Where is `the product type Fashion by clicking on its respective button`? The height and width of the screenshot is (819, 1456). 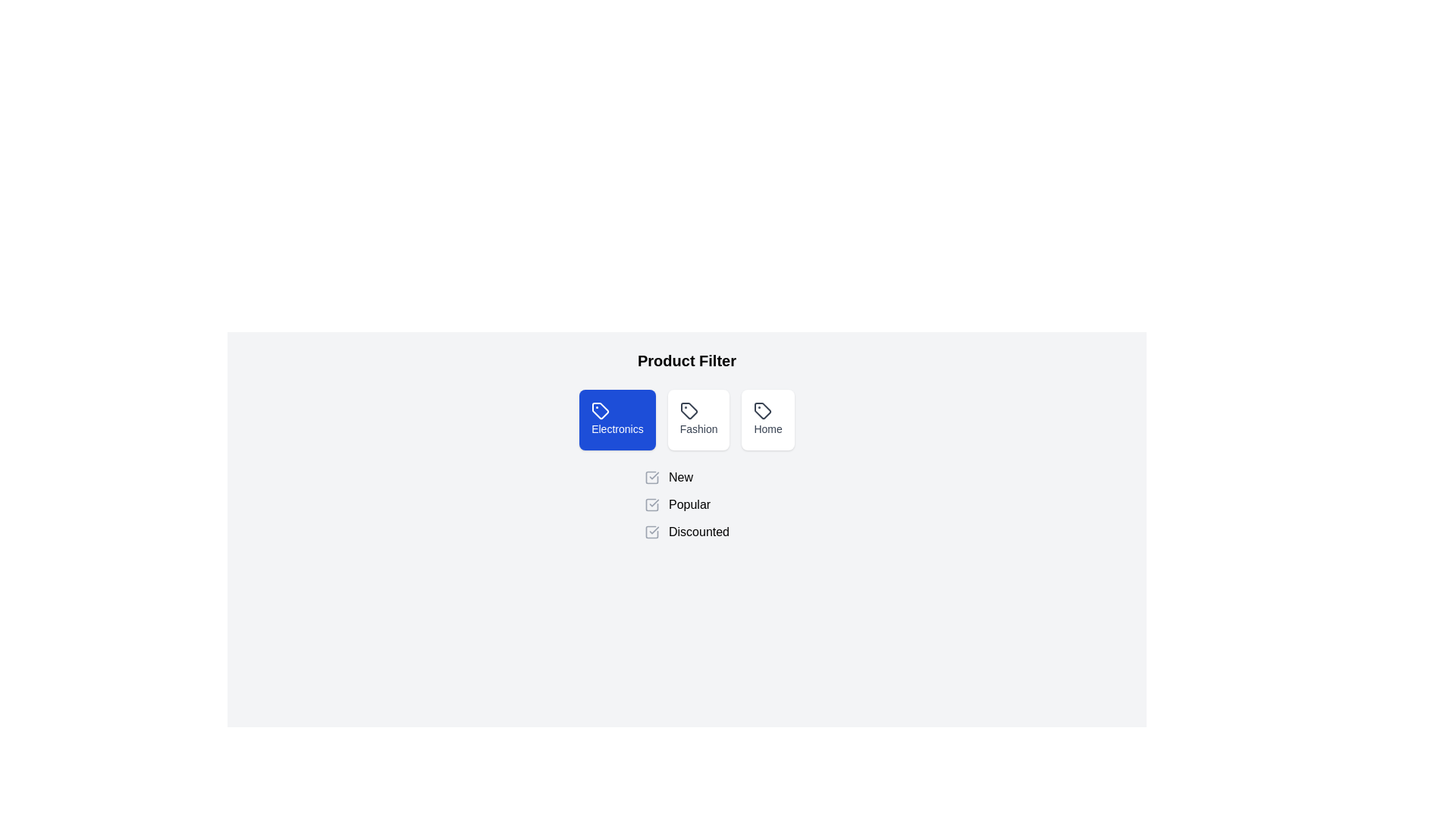 the product type Fashion by clicking on its respective button is located at coordinates (698, 420).